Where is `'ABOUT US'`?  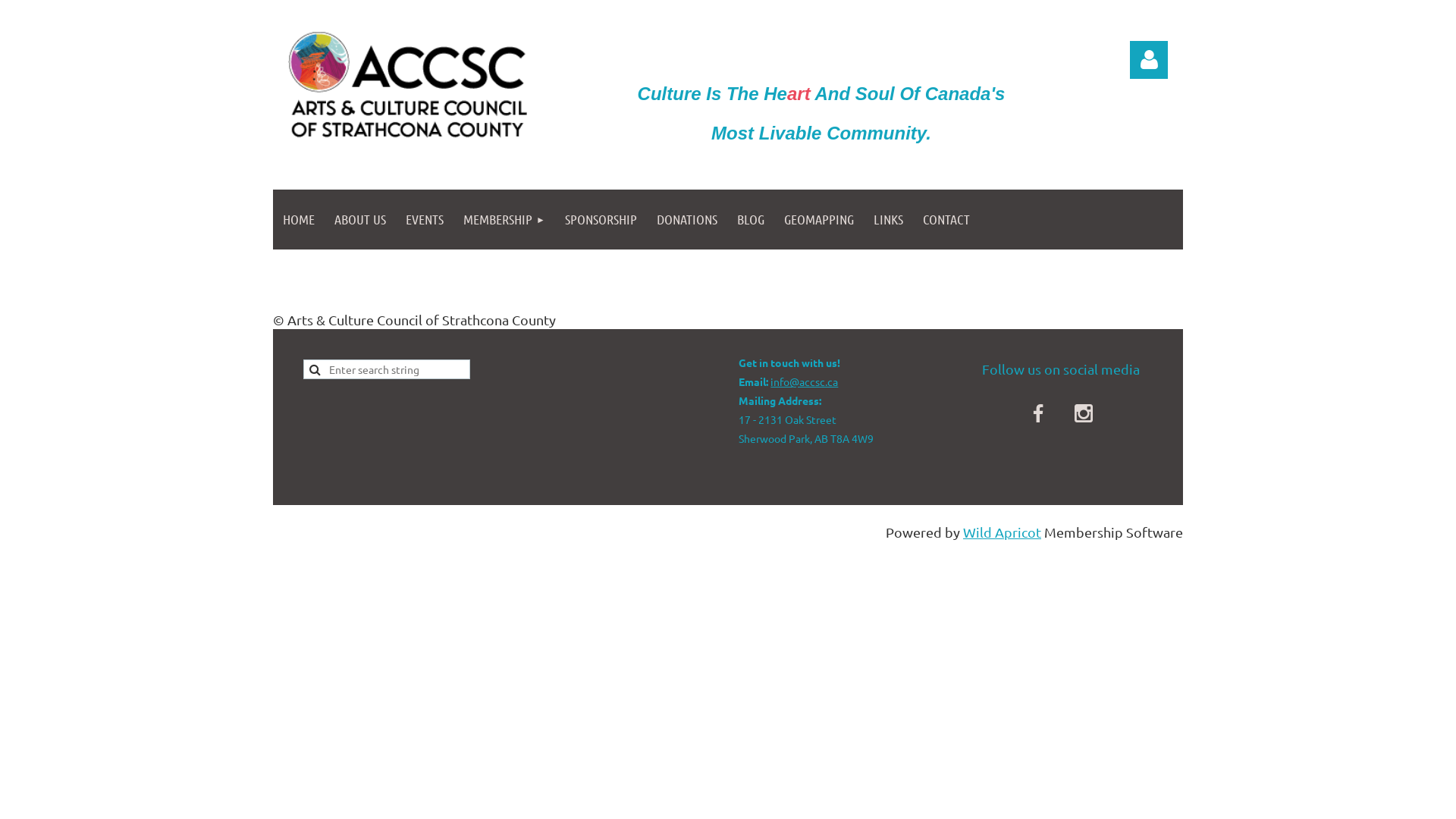
'ABOUT US' is located at coordinates (359, 219).